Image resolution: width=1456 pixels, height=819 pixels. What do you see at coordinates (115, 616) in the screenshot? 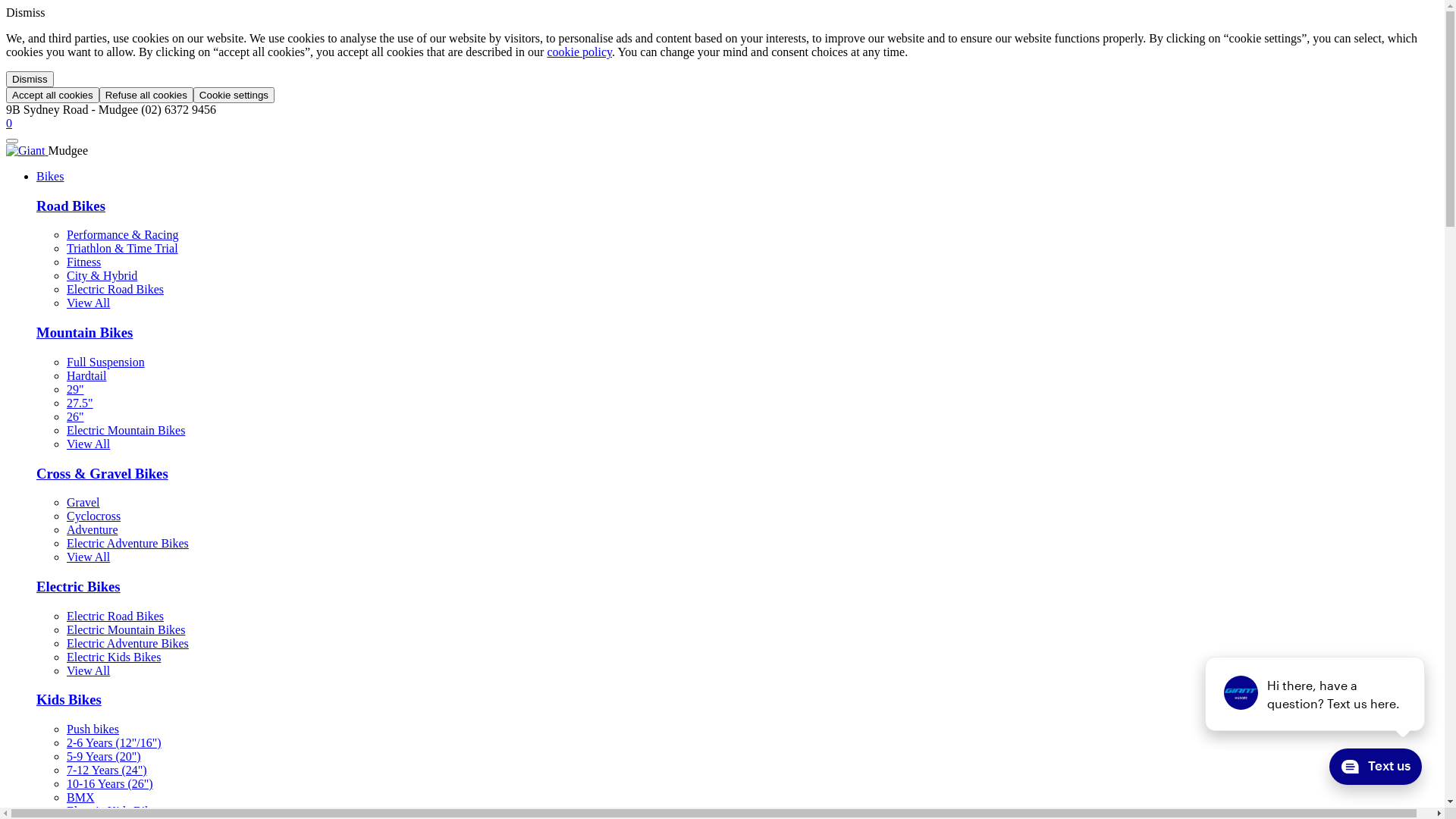
I see `'Electric Road Bikes'` at bounding box center [115, 616].